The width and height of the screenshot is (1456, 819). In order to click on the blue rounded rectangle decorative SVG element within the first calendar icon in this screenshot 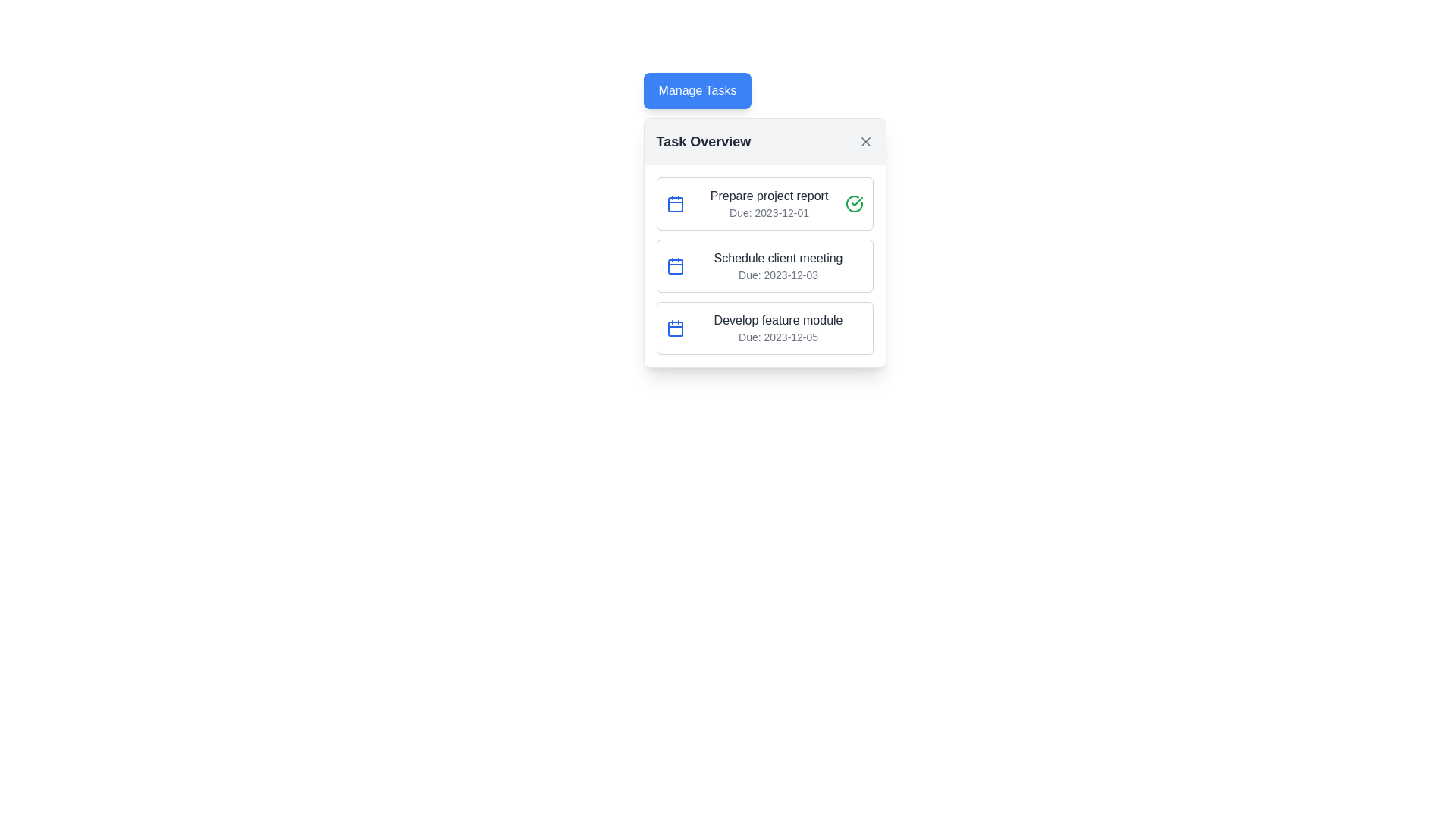, I will do `click(674, 205)`.